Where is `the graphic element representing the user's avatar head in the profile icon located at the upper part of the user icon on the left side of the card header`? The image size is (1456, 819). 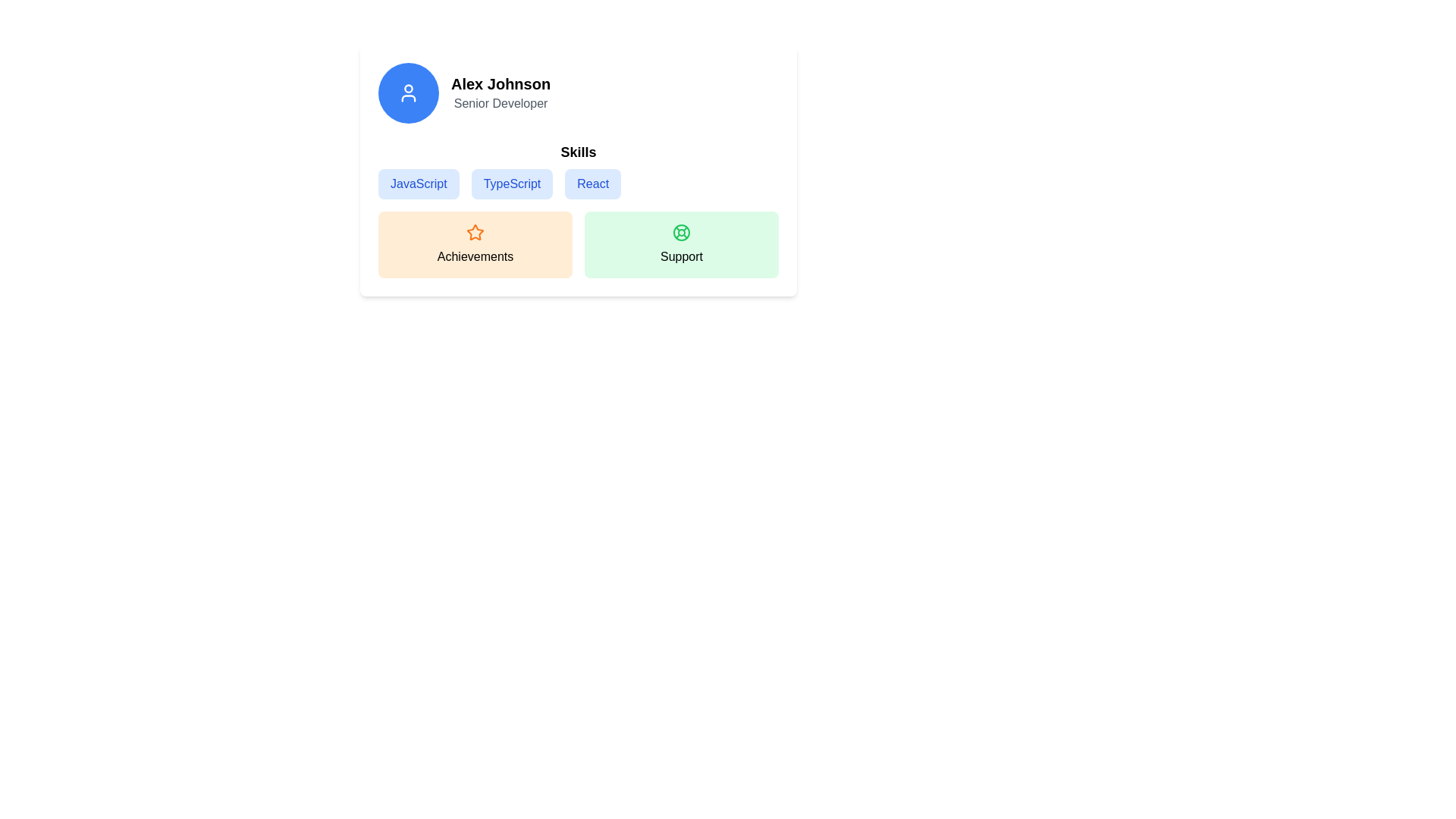 the graphic element representing the user's avatar head in the profile icon located at the upper part of the user icon on the left side of the card header is located at coordinates (408, 88).